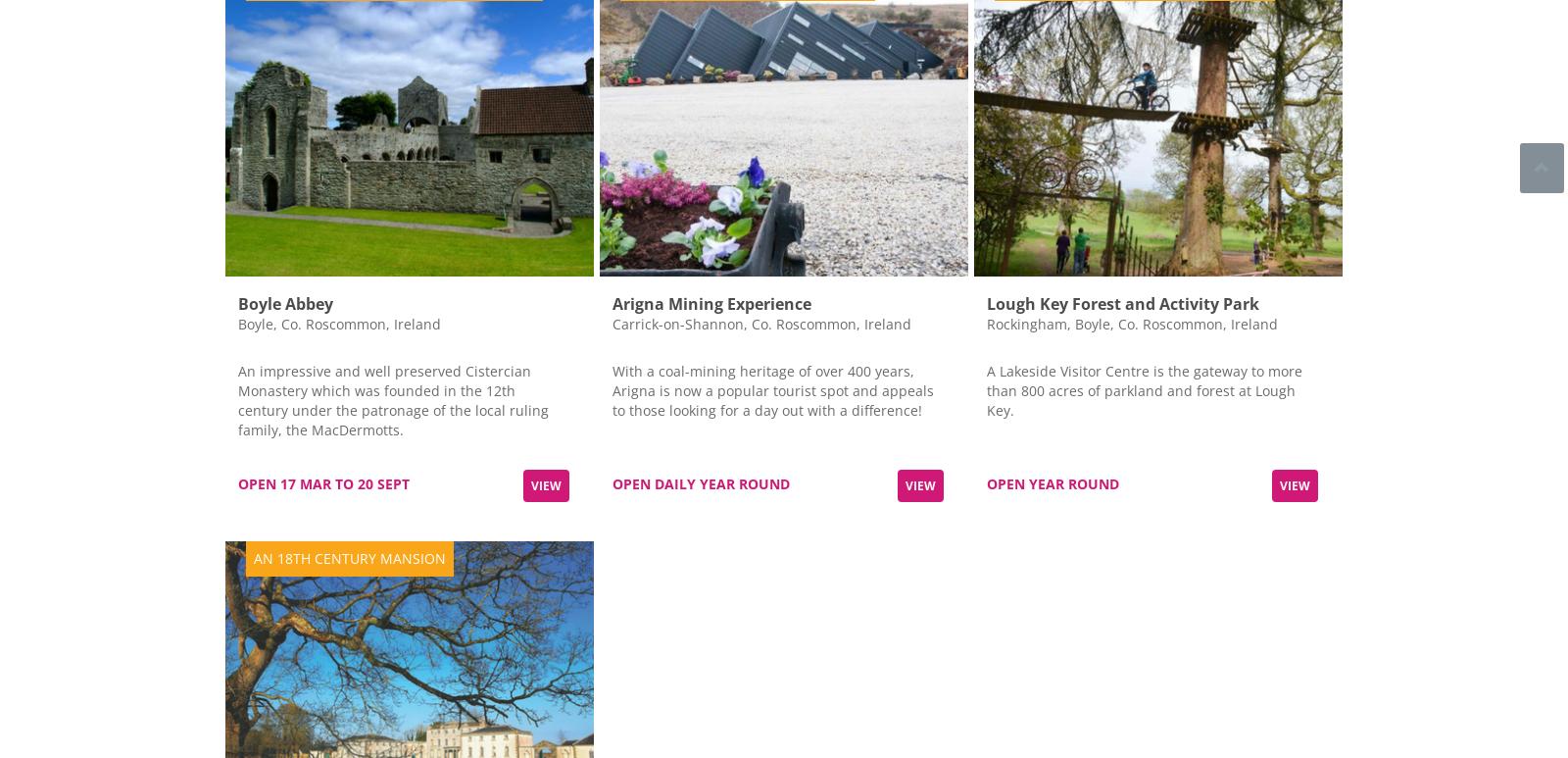 Image resolution: width=1568 pixels, height=758 pixels. What do you see at coordinates (1131, 323) in the screenshot?
I see `'Rockingham, Boyle, Co. Roscommon, Ireland'` at bounding box center [1131, 323].